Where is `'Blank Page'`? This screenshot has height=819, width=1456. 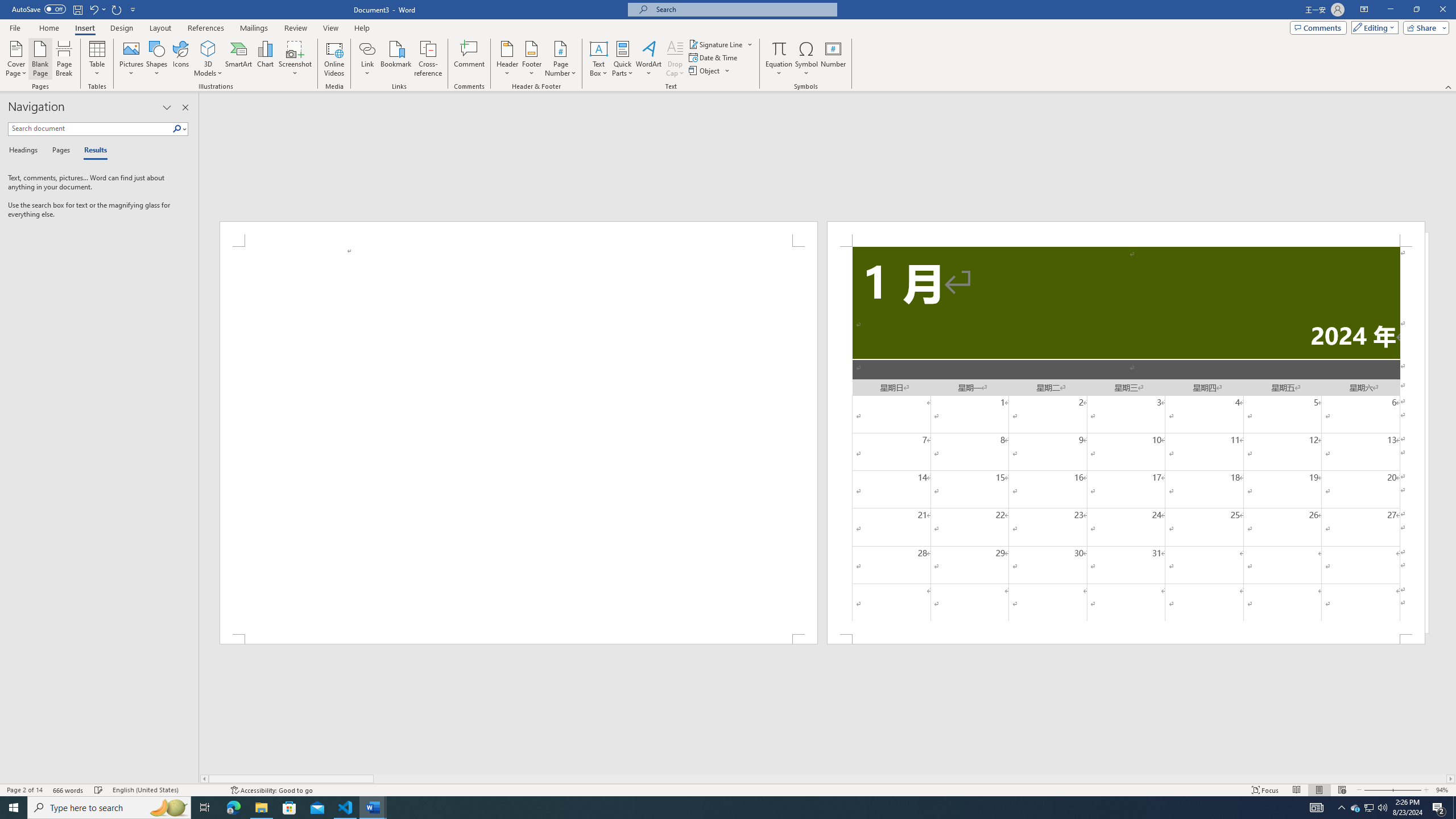
'Blank Page' is located at coordinates (40, 59).